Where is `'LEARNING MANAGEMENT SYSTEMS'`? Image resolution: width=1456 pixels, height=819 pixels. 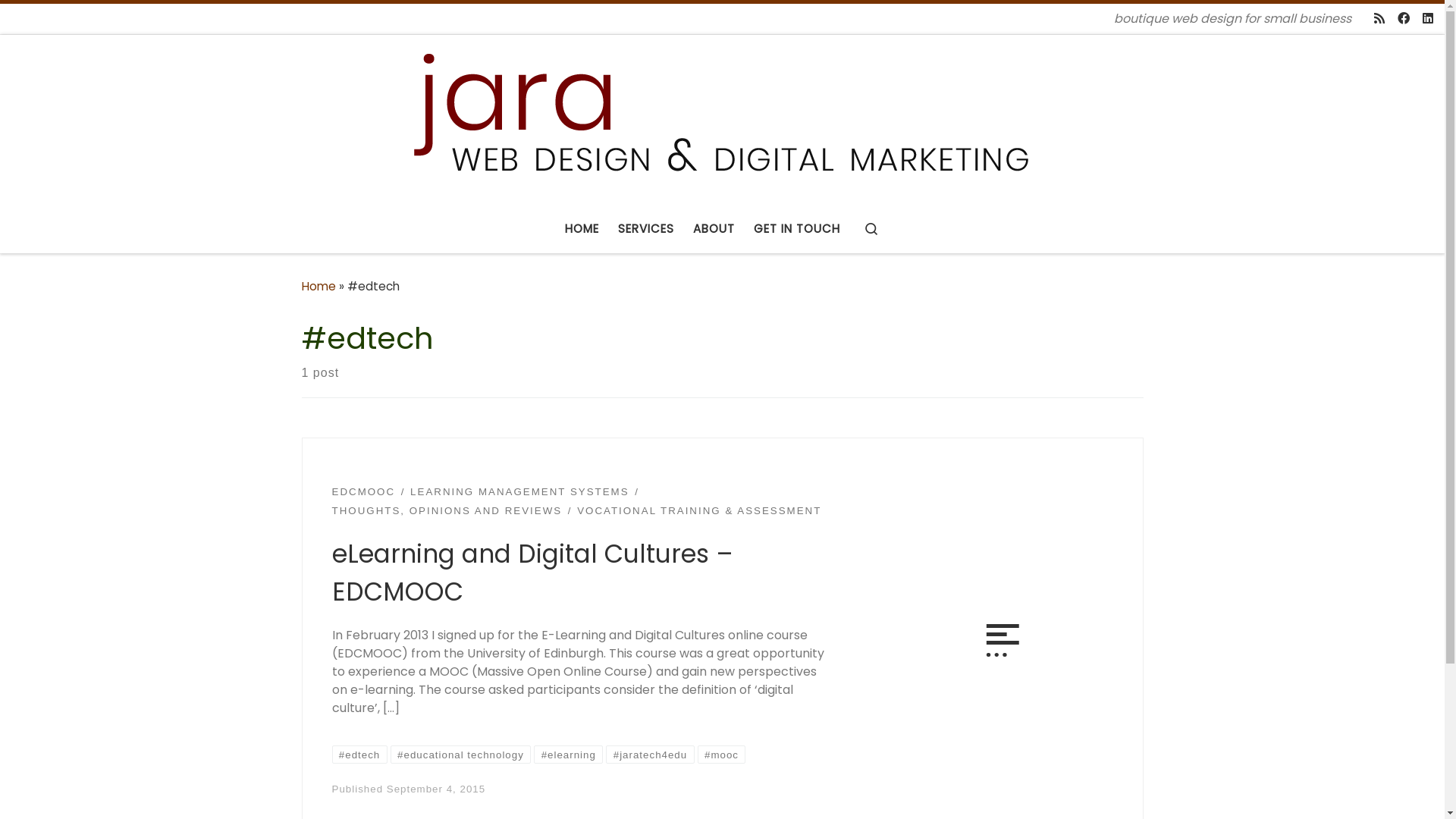 'LEARNING MANAGEMENT SYSTEMS' is located at coordinates (519, 491).